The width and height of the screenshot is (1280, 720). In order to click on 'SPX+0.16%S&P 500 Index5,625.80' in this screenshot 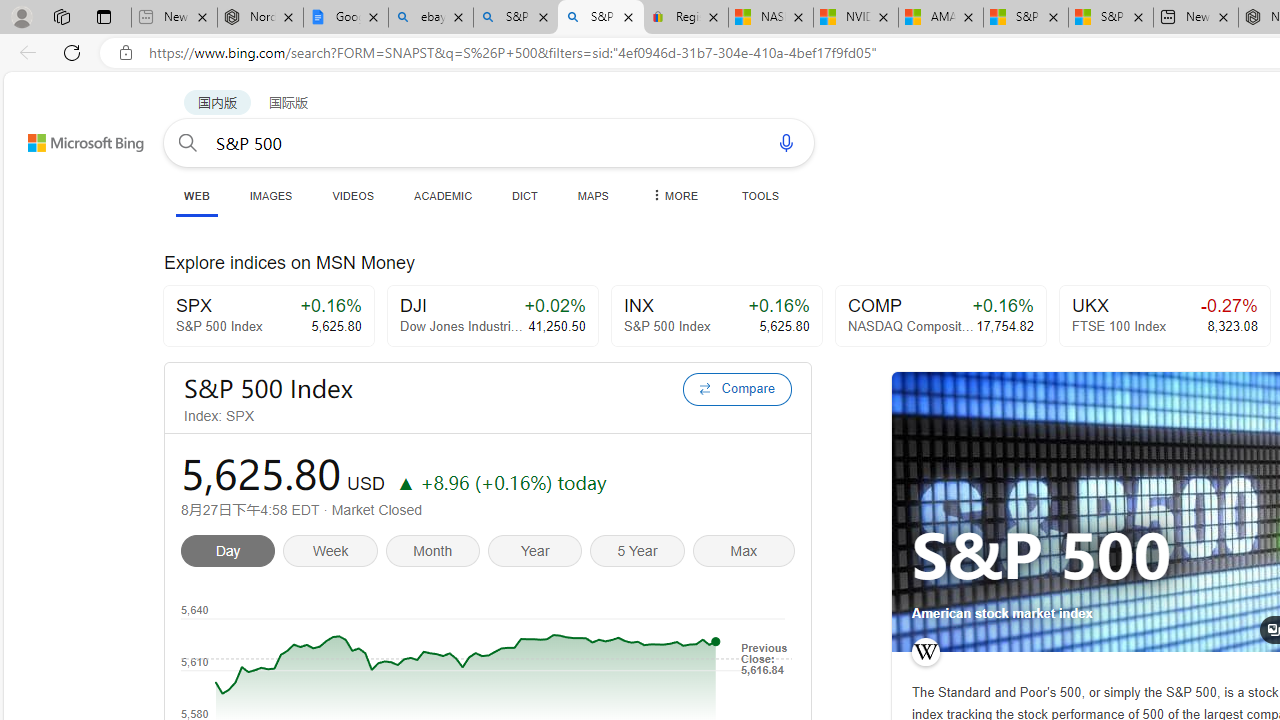, I will do `click(267, 315)`.